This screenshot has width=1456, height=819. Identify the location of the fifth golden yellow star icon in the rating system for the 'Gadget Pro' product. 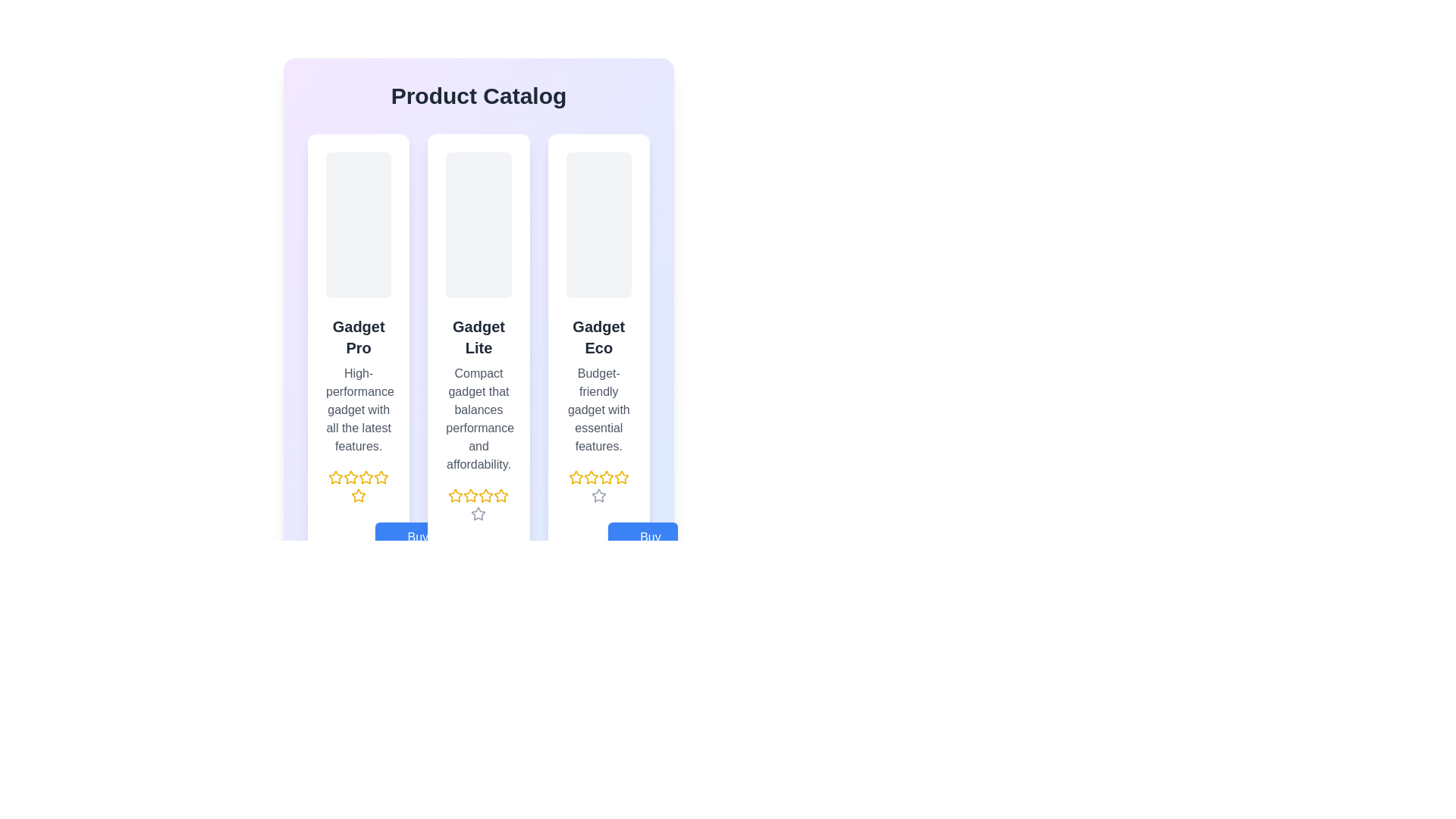
(358, 495).